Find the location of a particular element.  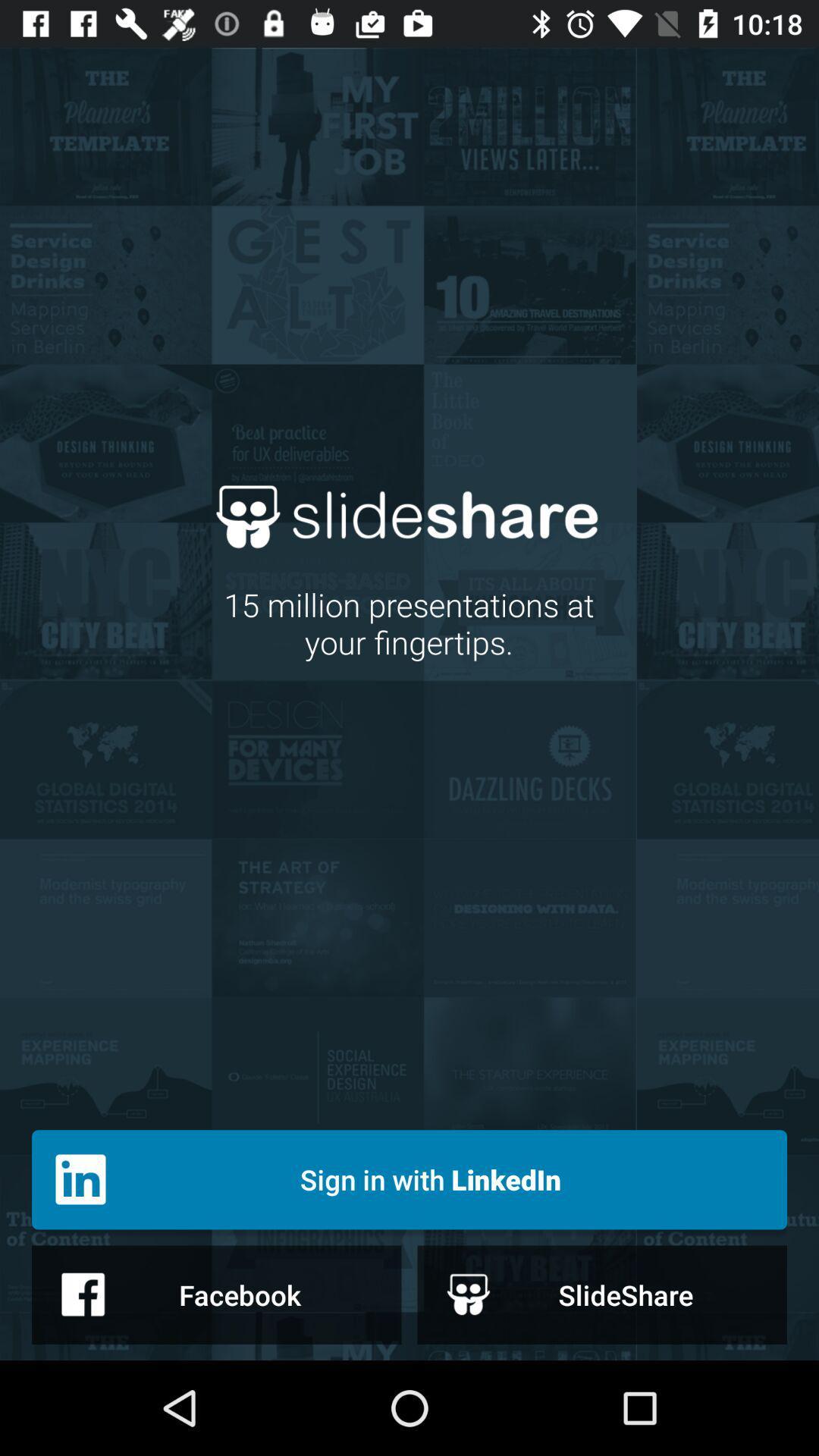

the icon at the bottom right corner is located at coordinates (601, 1294).